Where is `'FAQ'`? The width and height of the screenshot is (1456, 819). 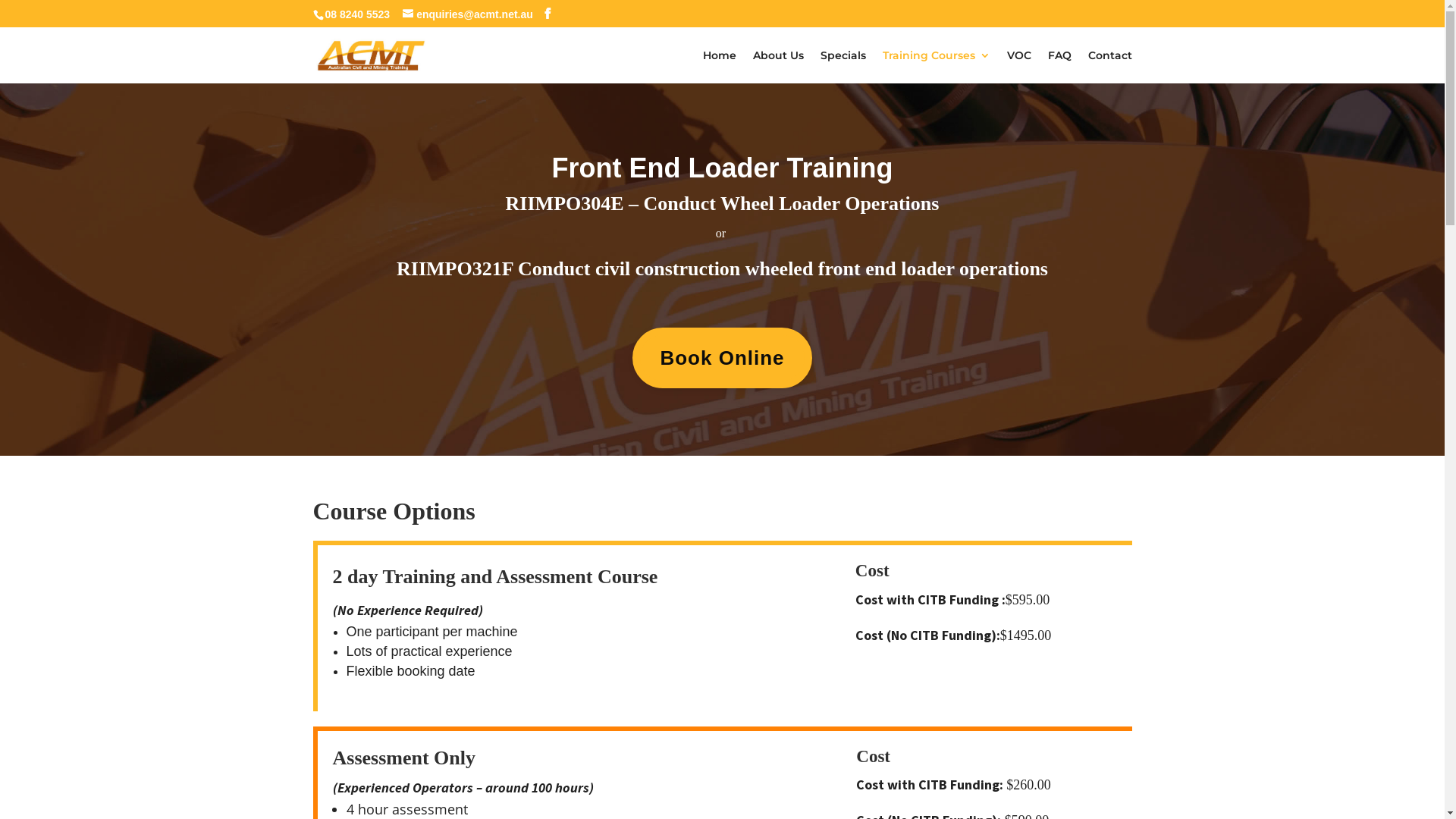
'FAQ' is located at coordinates (1059, 66).